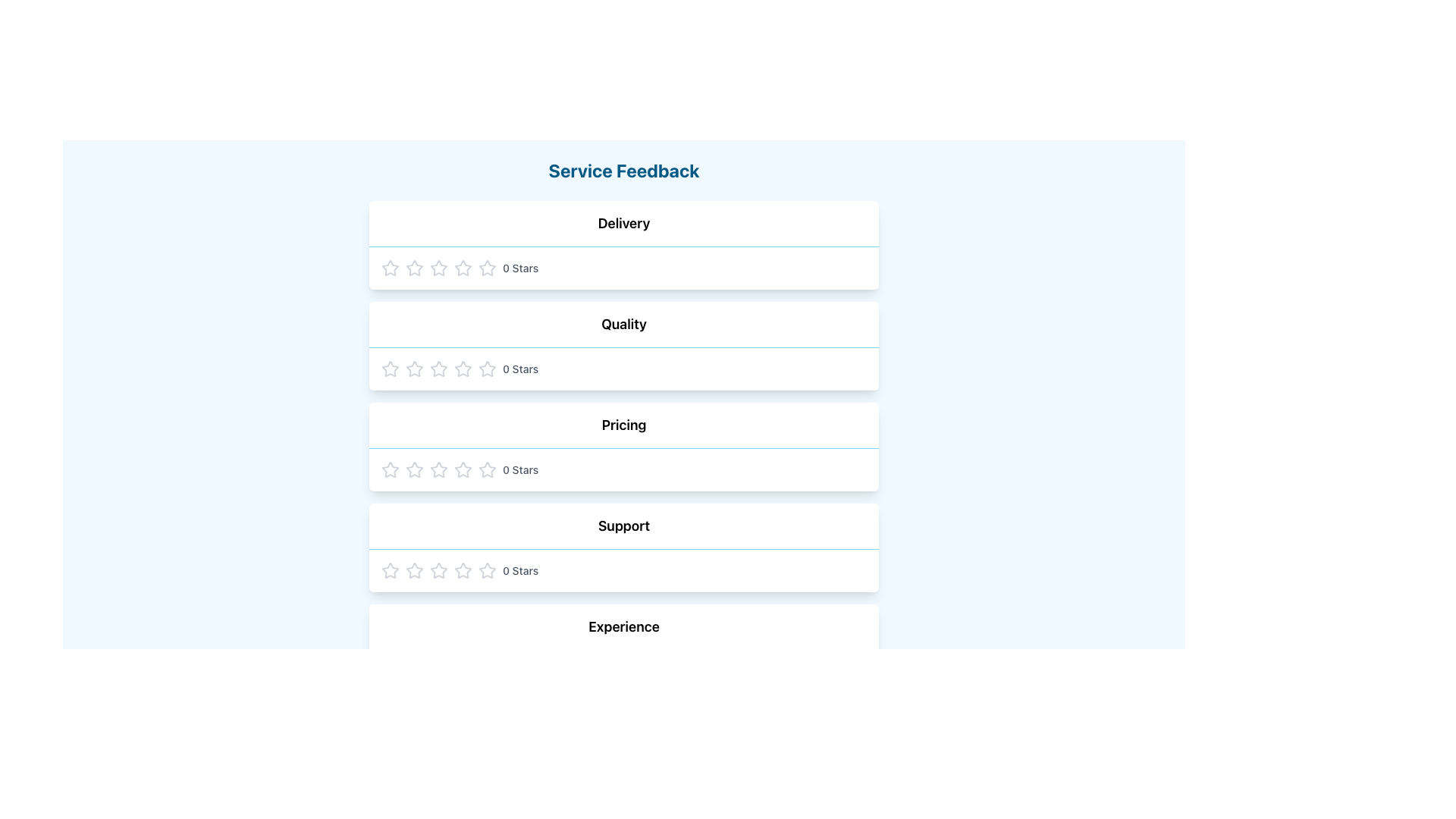 This screenshot has height=819, width=1456. What do you see at coordinates (415, 570) in the screenshot?
I see `the second outlined gray star icon in the five-star rating system under the 'Support' section of the feedback form` at bounding box center [415, 570].